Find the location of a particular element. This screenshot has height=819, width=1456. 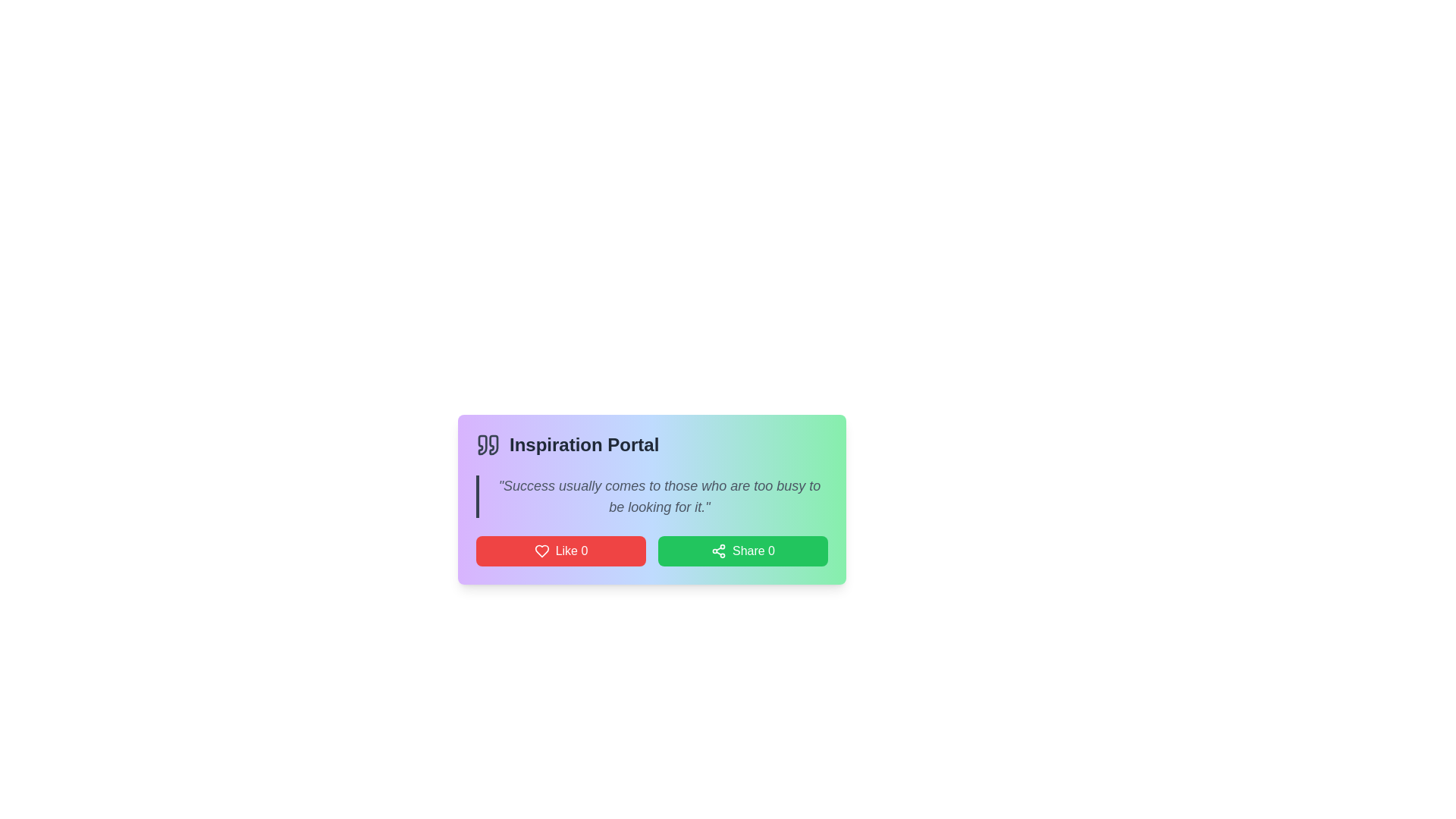

the heart icon located inside the 'Like 0' button at the bottom-left corner of the panel to like the content is located at coordinates (541, 551).